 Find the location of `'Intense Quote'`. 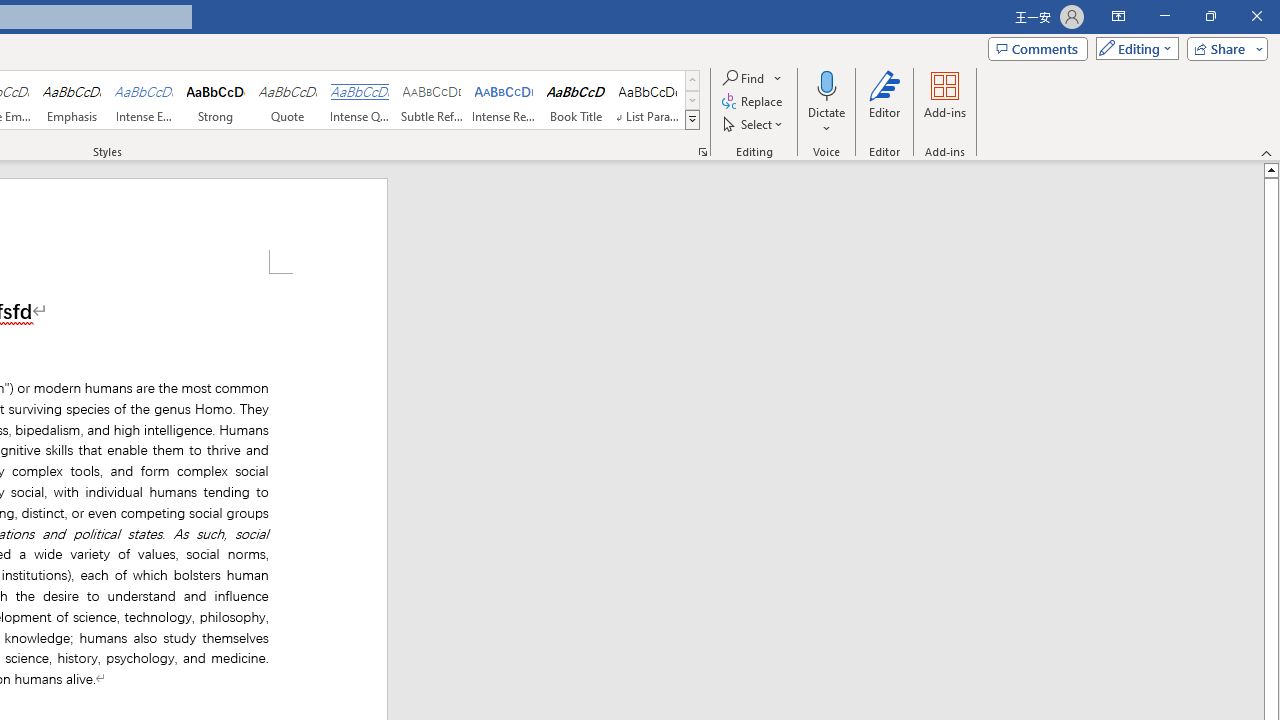

'Intense Quote' is located at coordinates (359, 100).